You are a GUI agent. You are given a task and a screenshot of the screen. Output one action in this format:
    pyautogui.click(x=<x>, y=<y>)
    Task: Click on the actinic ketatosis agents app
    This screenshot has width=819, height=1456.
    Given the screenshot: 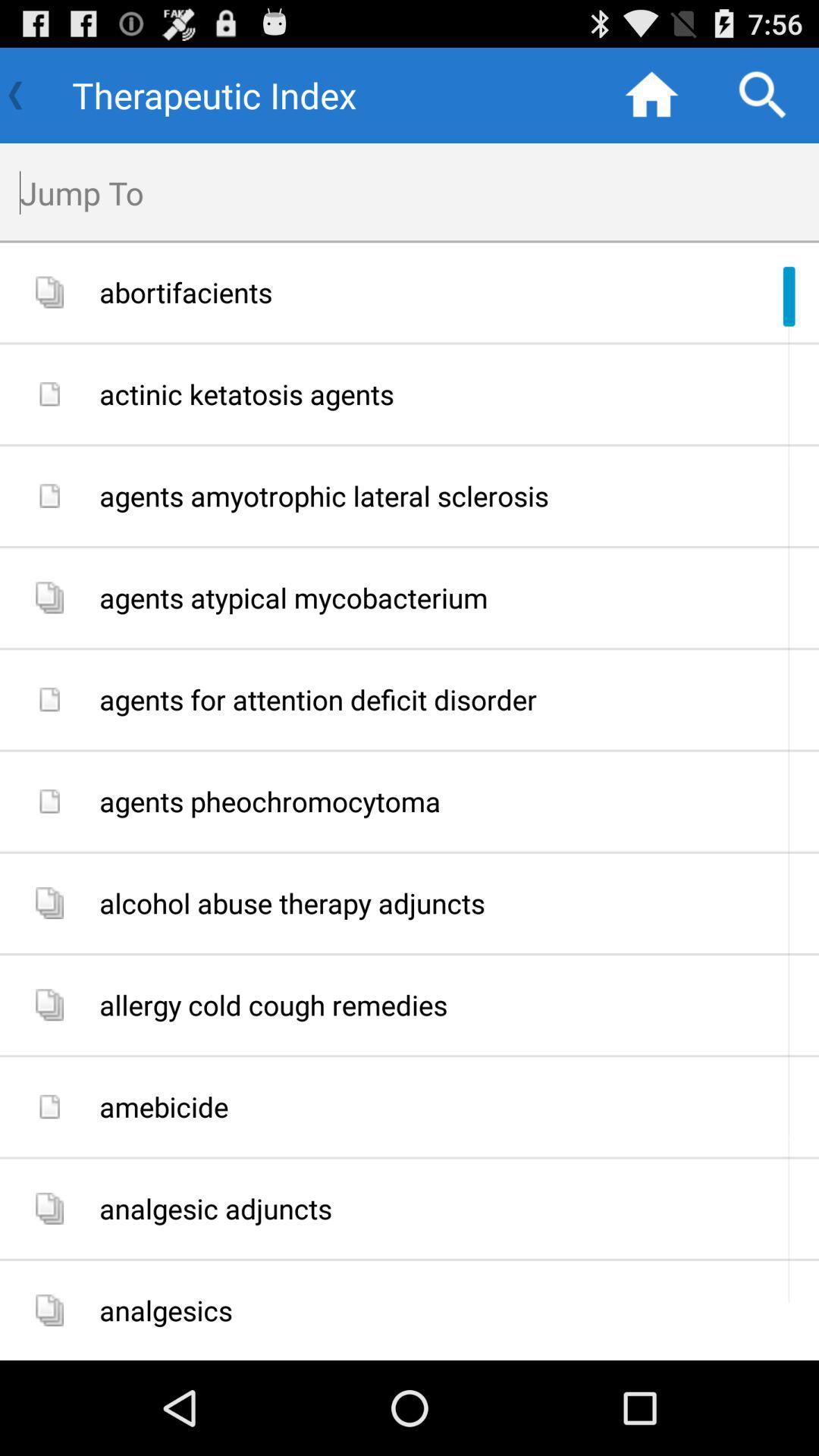 What is the action you would take?
    pyautogui.click(x=453, y=394)
    